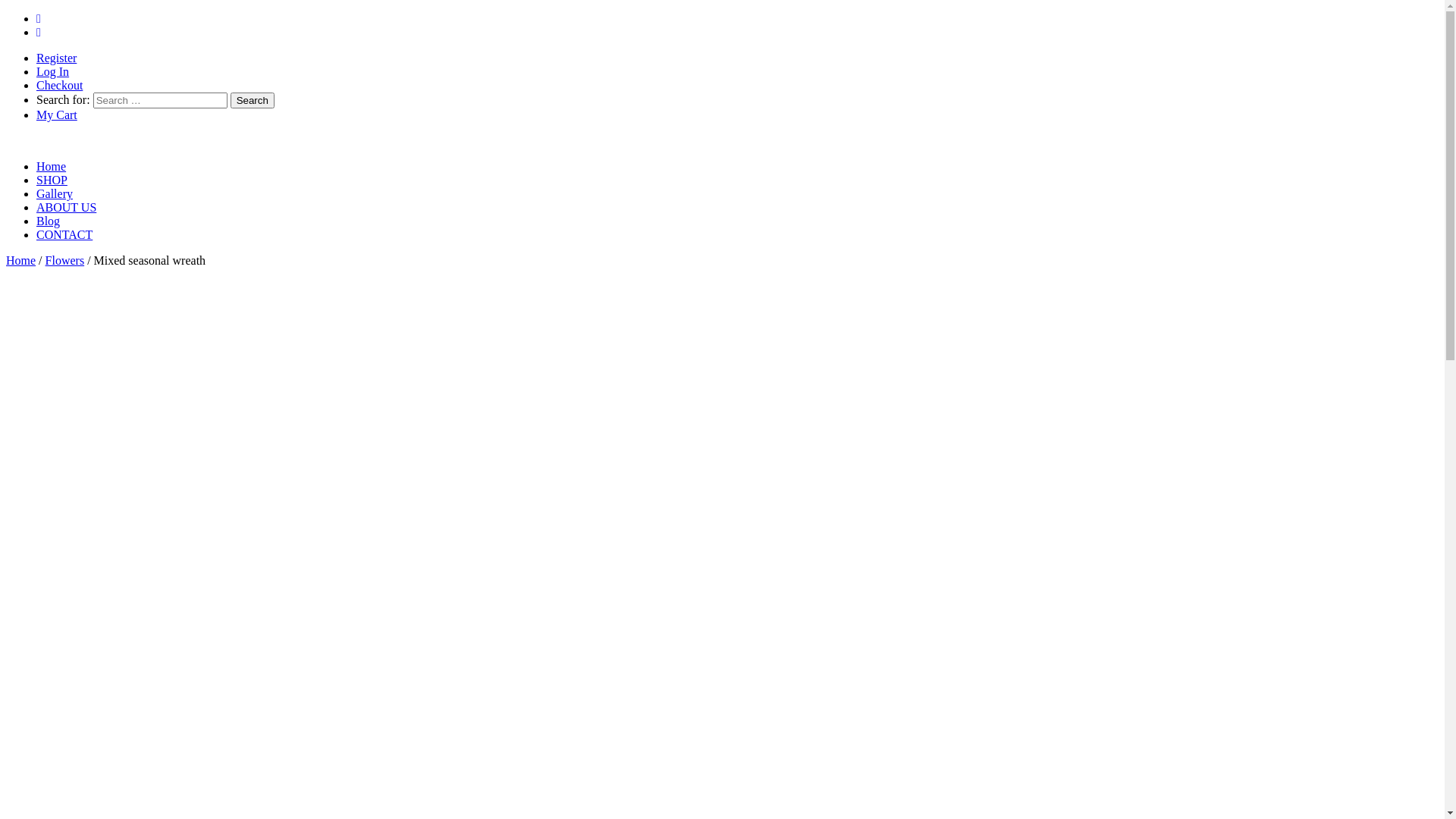 Image resolution: width=1456 pixels, height=819 pixels. What do you see at coordinates (56, 57) in the screenshot?
I see `'Register'` at bounding box center [56, 57].